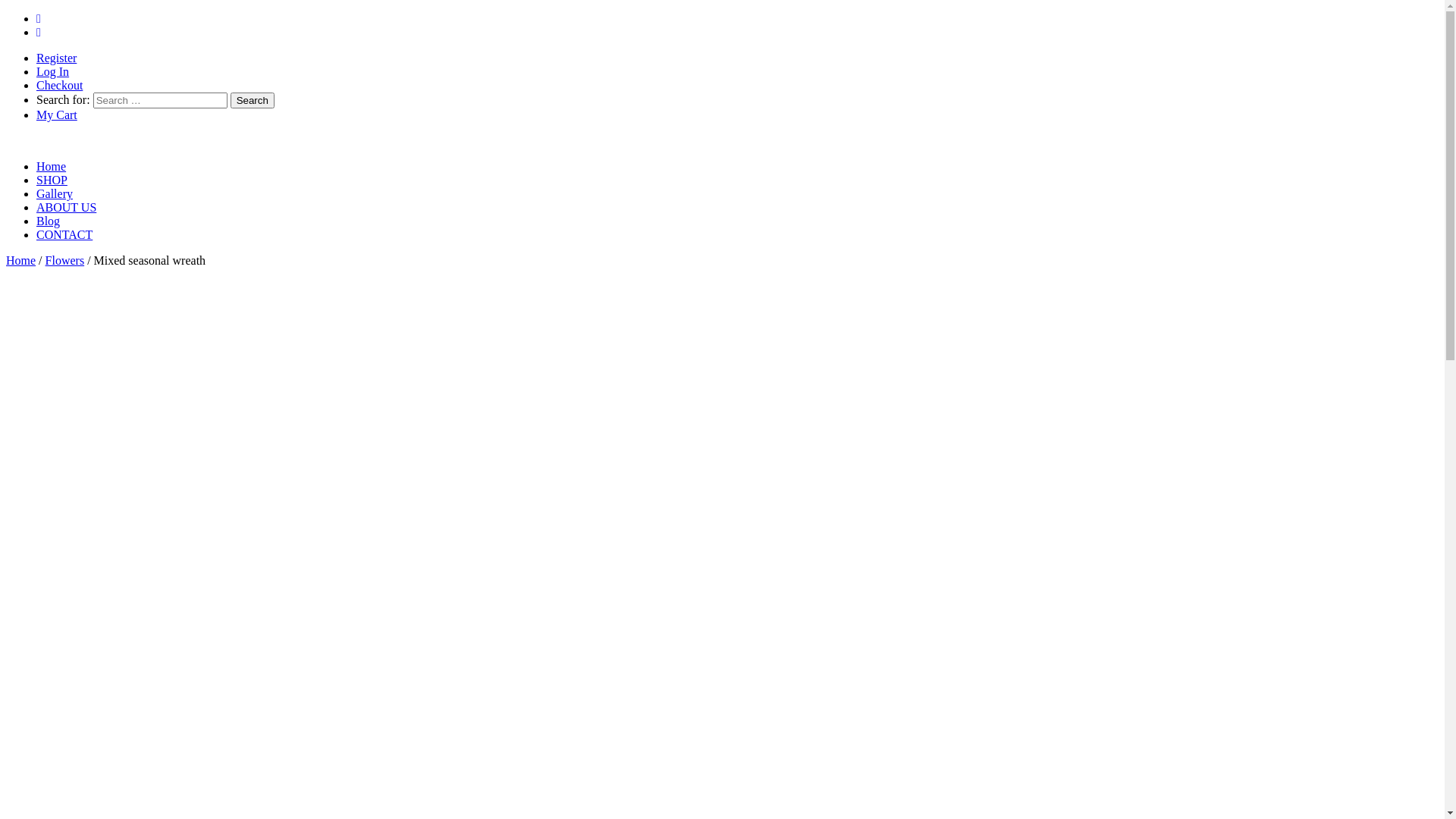 Image resolution: width=1456 pixels, height=819 pixels. What do you see at coordinates (56, 57) in the screenshot?
I see `'Register'` at bounding box center [56, 57].